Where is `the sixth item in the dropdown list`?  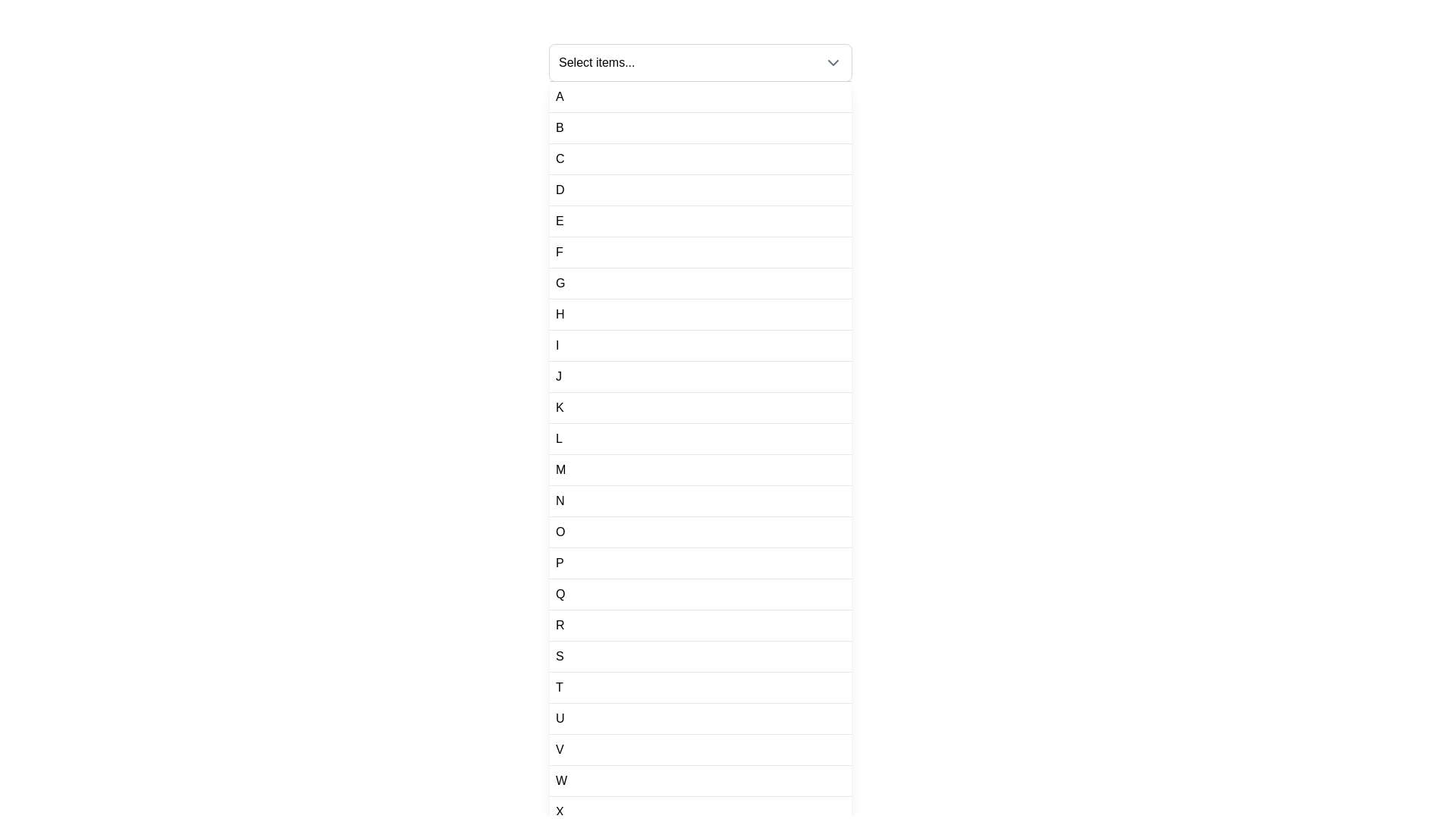
the sixth item in the dropdown list is located at coordinates (700, 252).